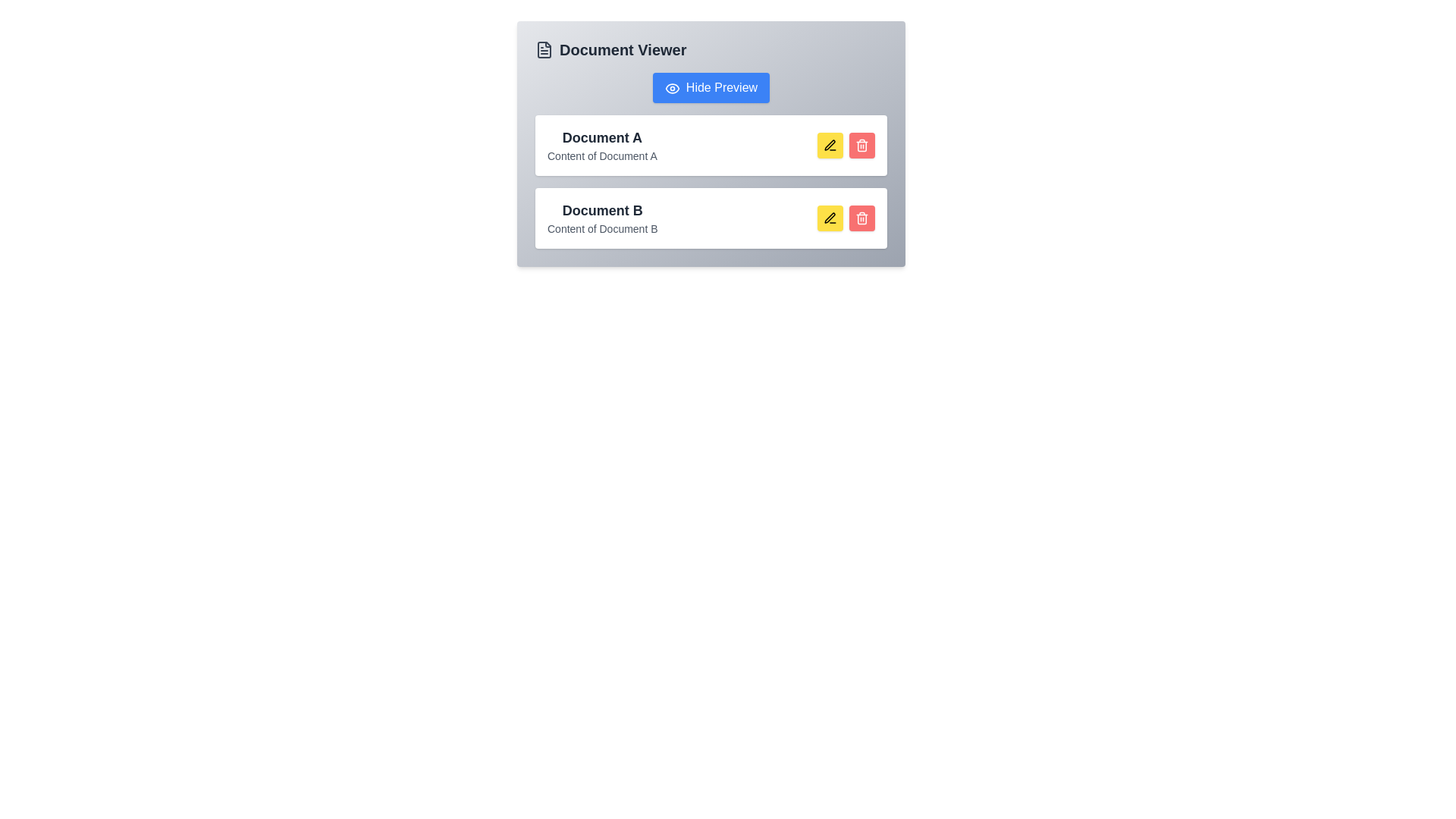 The width and height of the screenshot is (1456, 819). What do you see at coordinates (862, 146) in the screenshot?
I see `the trash can icon button with a red background located on the right side of the 'Document A' row` at bounding box center [862, 146].